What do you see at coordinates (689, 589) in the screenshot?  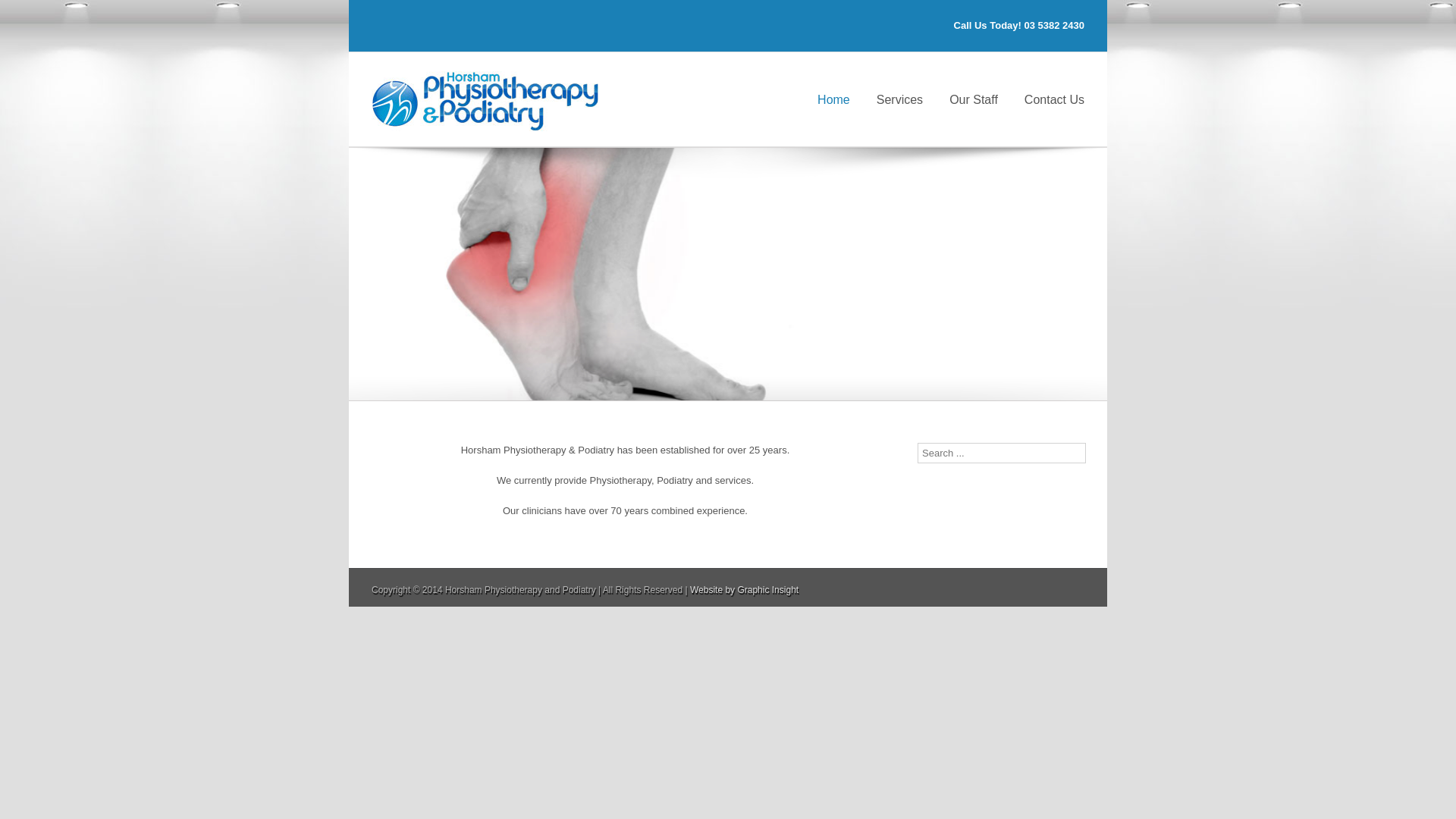 I see `'Website by Graphic Insight'` at bounding box center [689, 589].